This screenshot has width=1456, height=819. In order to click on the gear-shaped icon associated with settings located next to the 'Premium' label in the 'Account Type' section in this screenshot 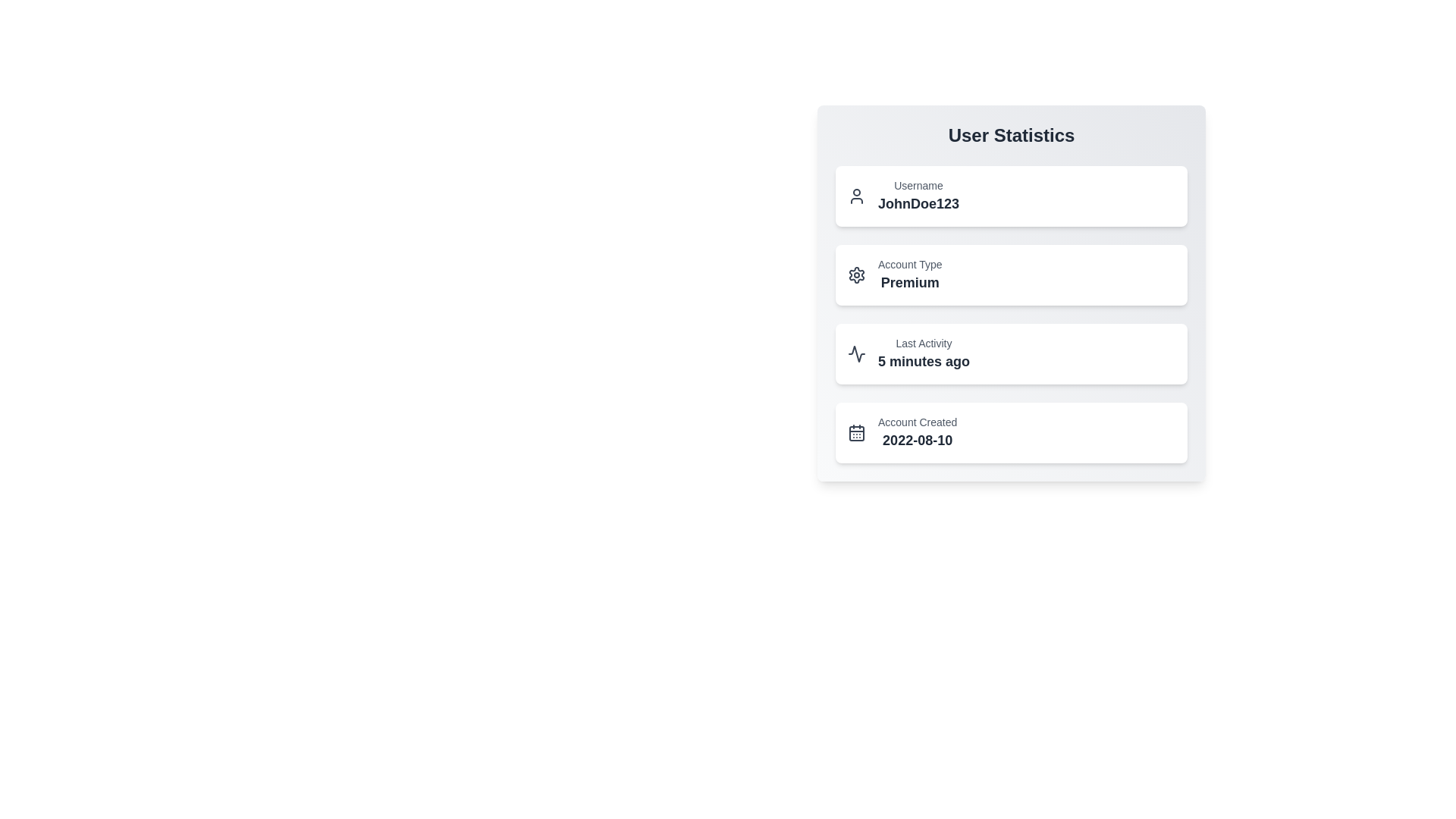, I will do `click(856, 275)`.